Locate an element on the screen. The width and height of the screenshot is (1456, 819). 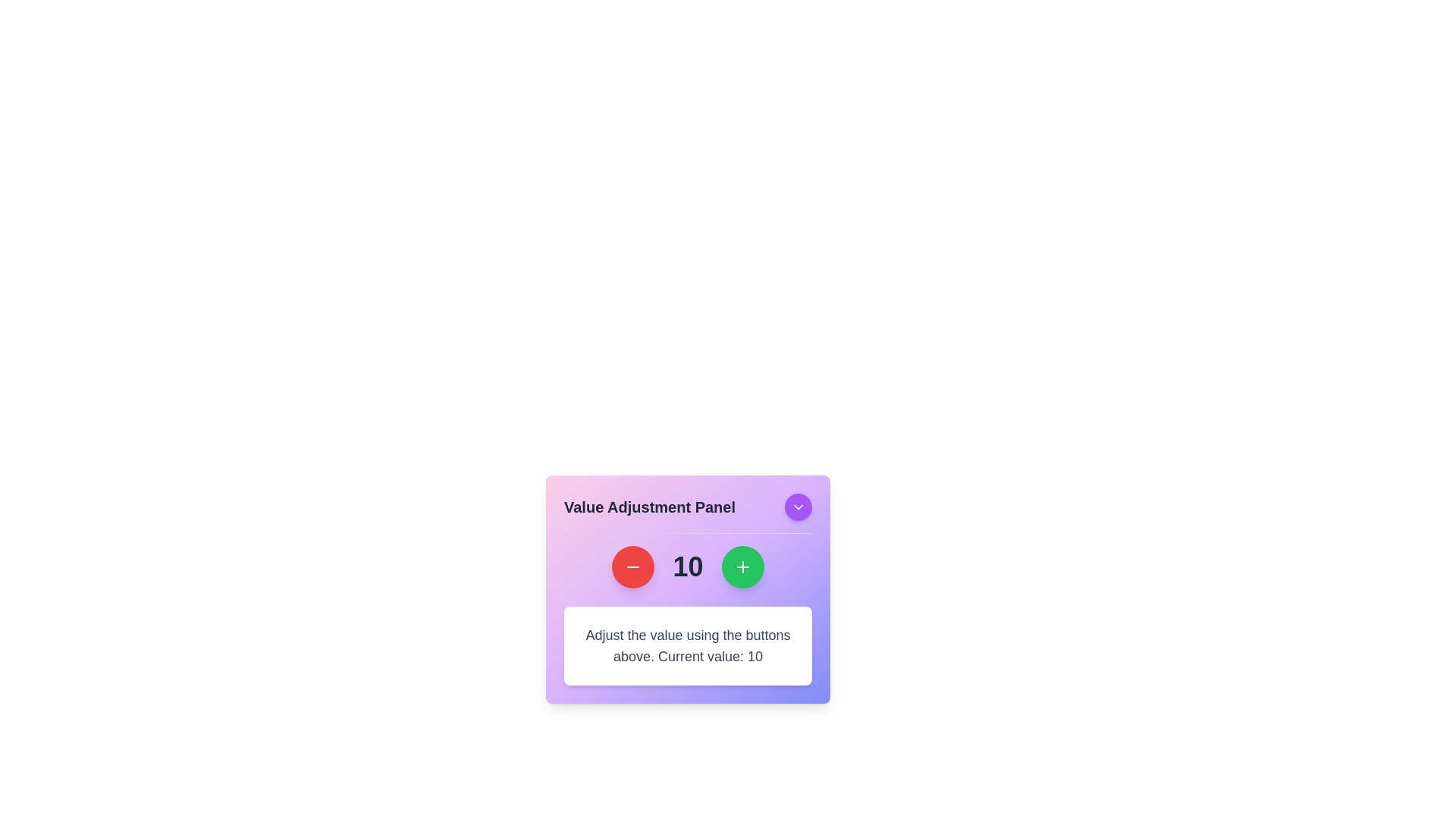
the decrement button located on the left side of the value adjustment interface to decrease the displayed numeric value is located at coordinates (633, 567).